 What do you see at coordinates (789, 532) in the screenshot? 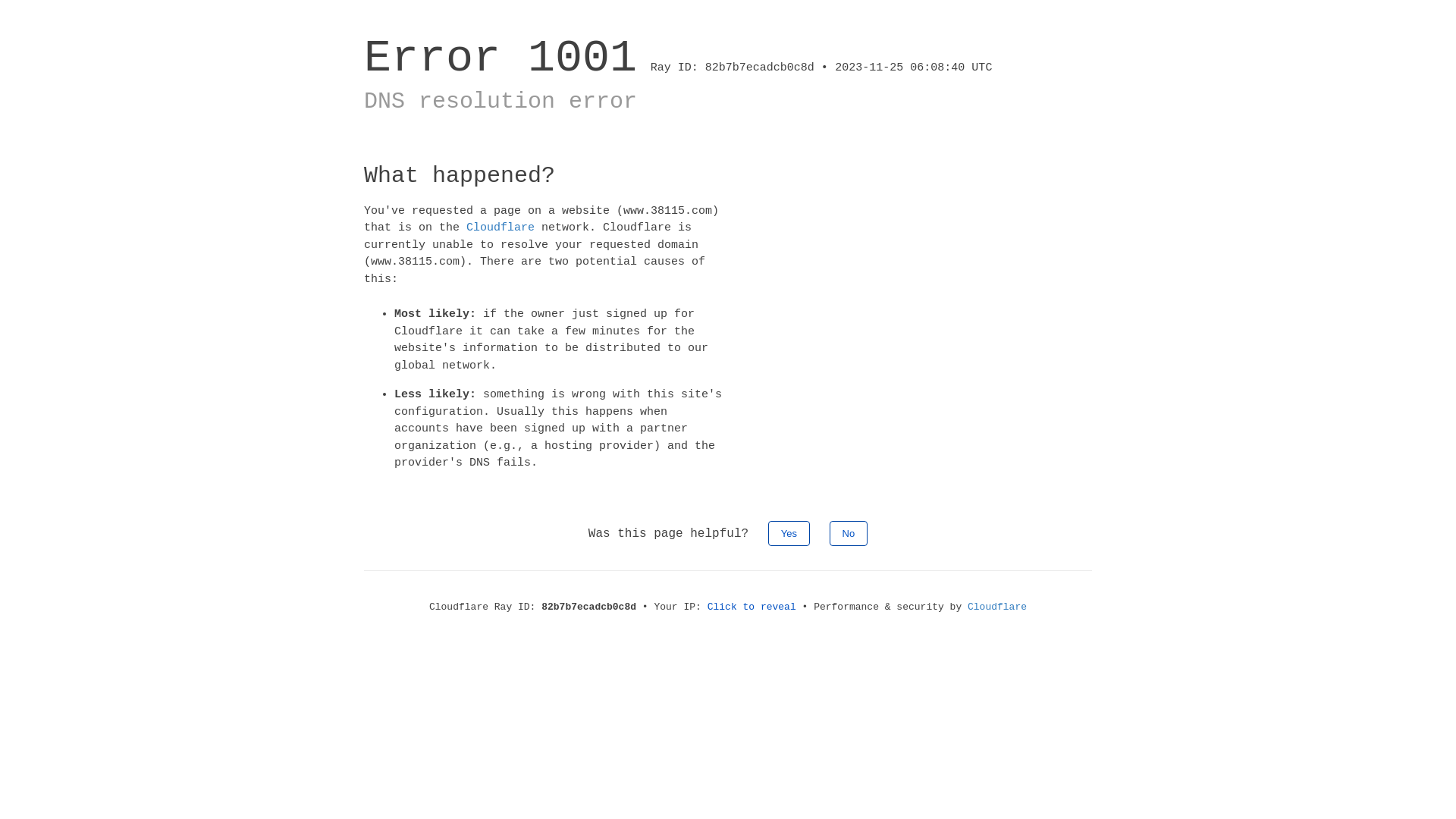
I see `'Yes'` at bounding box center [789, 532].